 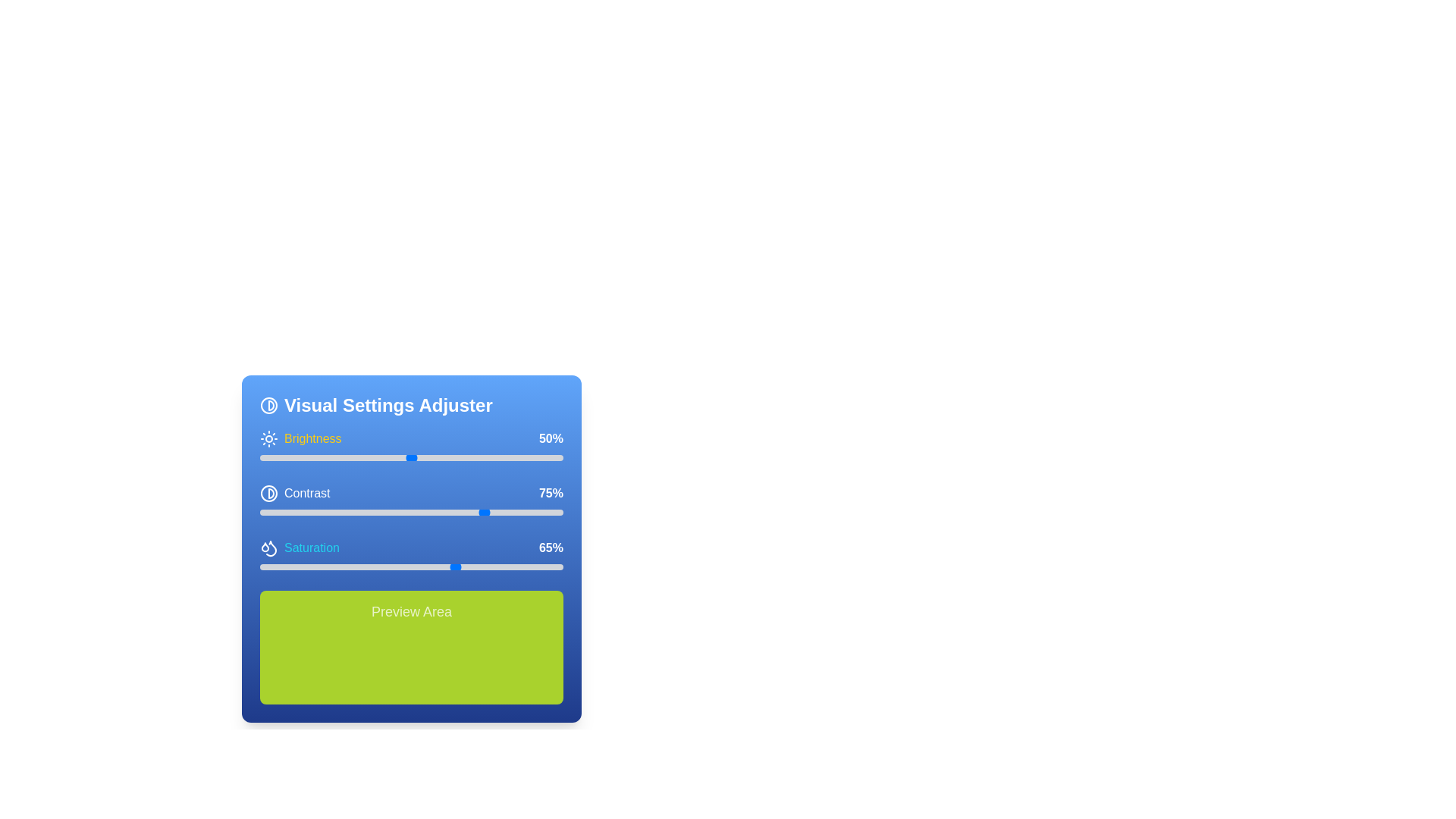 What do you see at coordinates (502, 567) in the screenshot?
I see `saturation` at bounding box center [502, 567].